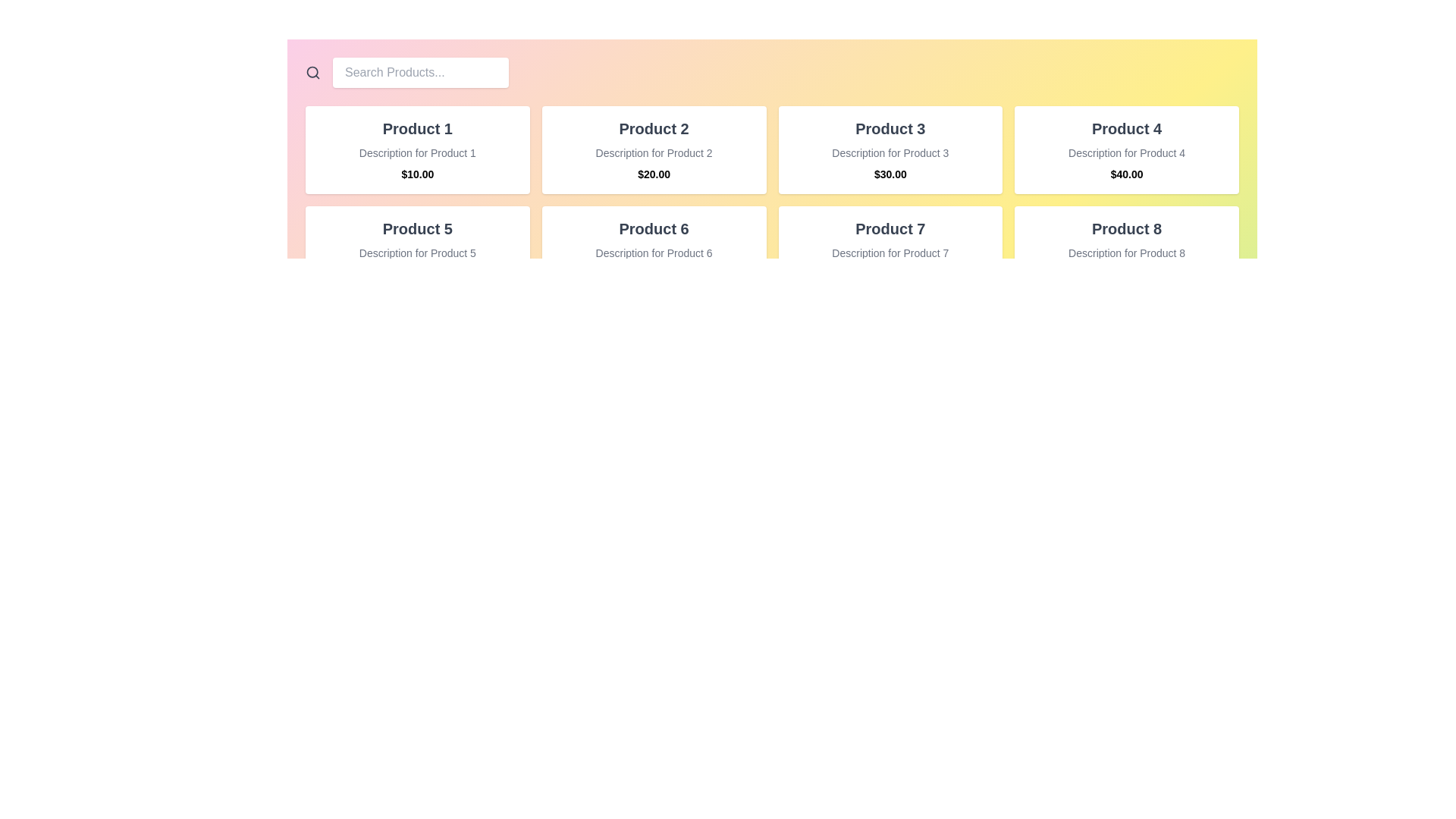 Image resolution: width=1456 pixels, height=819 pixels. Describe the element at coordinates (417, 228) in the screenshot. I see `text element that serves as the title or name of the product, positioned in the second row of the product grid layout and left-aligned with 'Description for Product 5' and '$50.00'` at that location.